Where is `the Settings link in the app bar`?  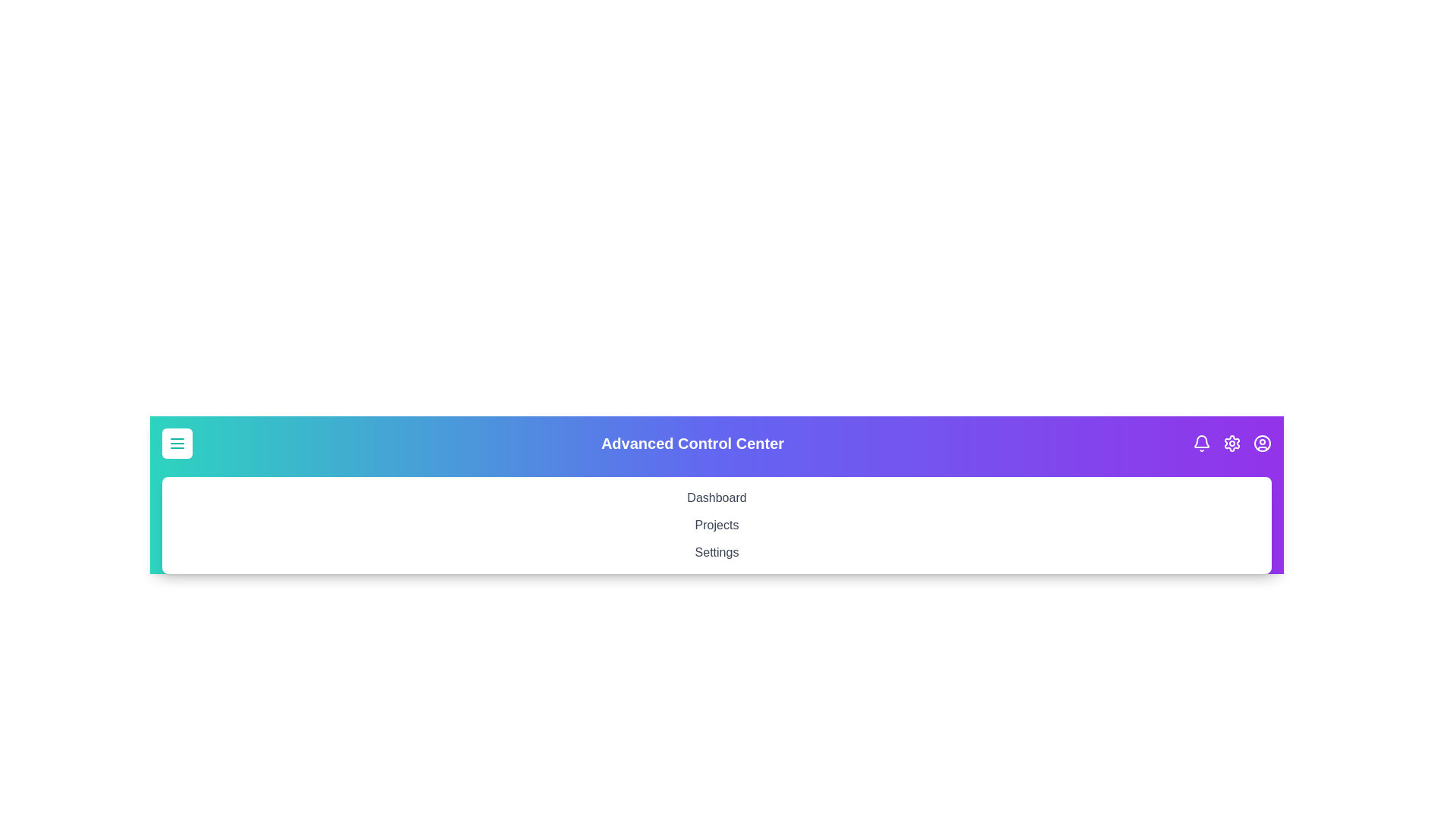
the Settings link in the app bar is located at coordinates (716, 553).